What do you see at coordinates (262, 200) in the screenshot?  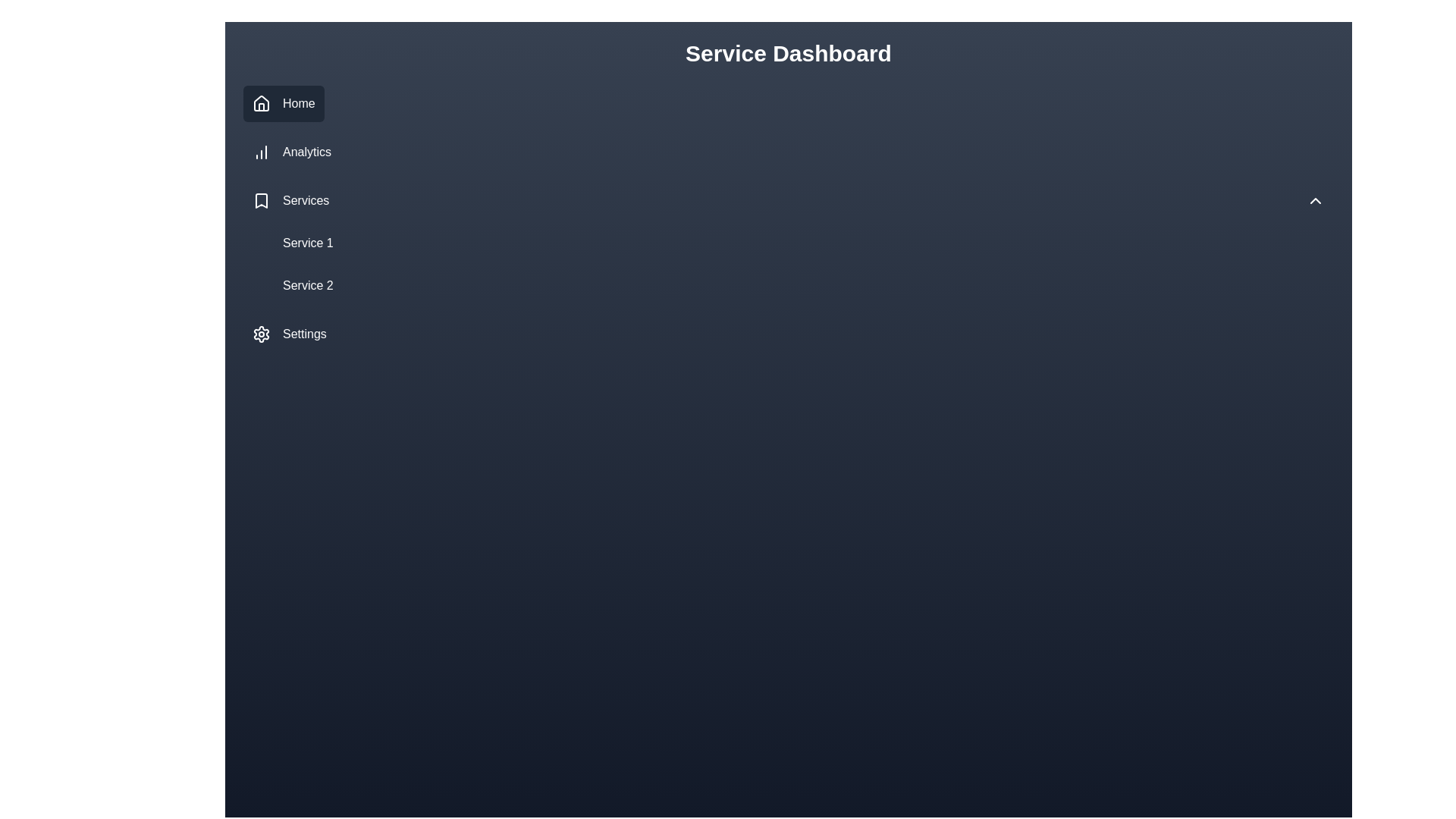 I see `the bookmark icon located to the left of the 'Services' text label in the vertical navigation menu` at bounding box center [262, 200].